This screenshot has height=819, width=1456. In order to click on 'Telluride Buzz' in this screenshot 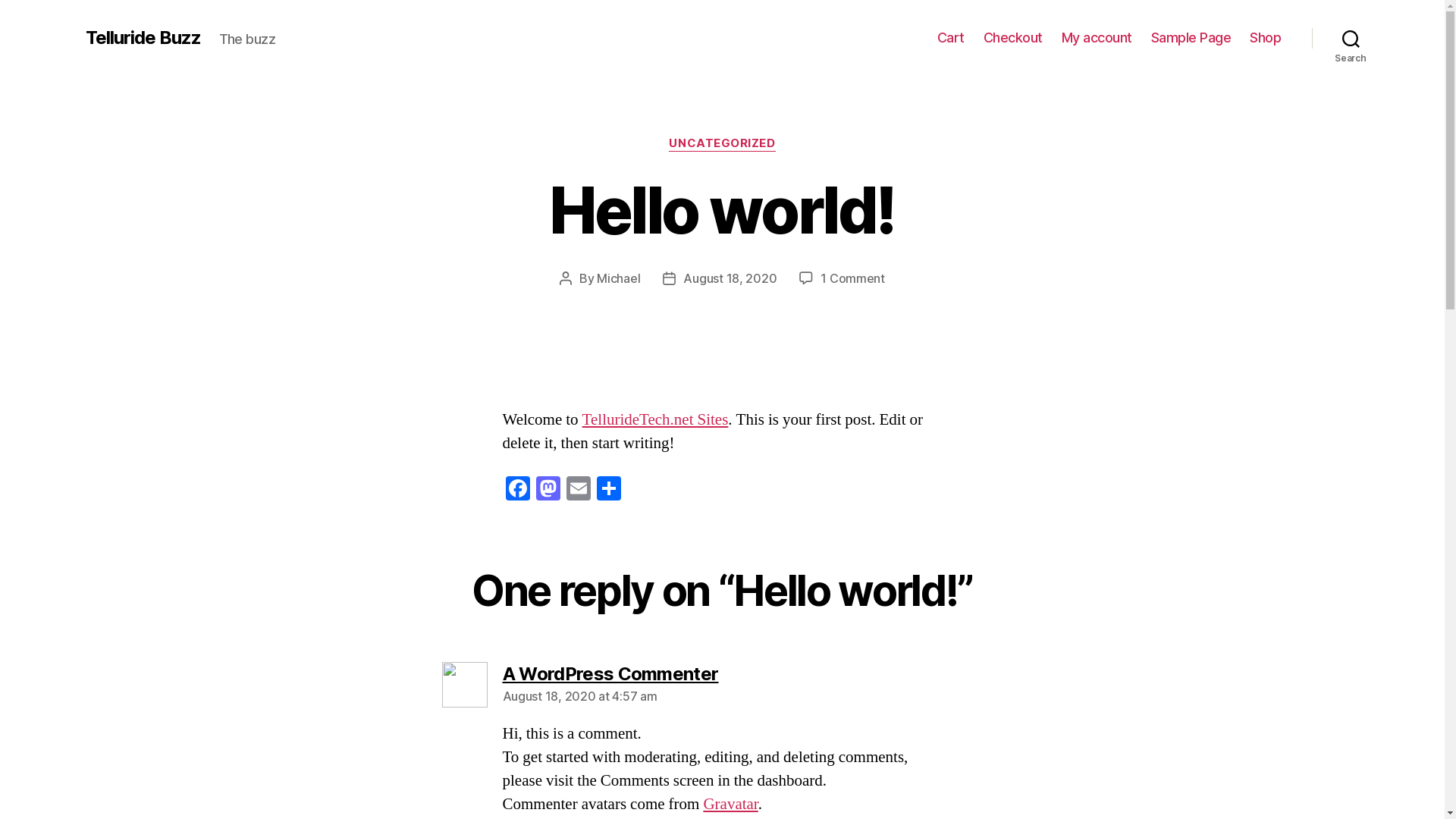, I will do `click(142, 37)`.